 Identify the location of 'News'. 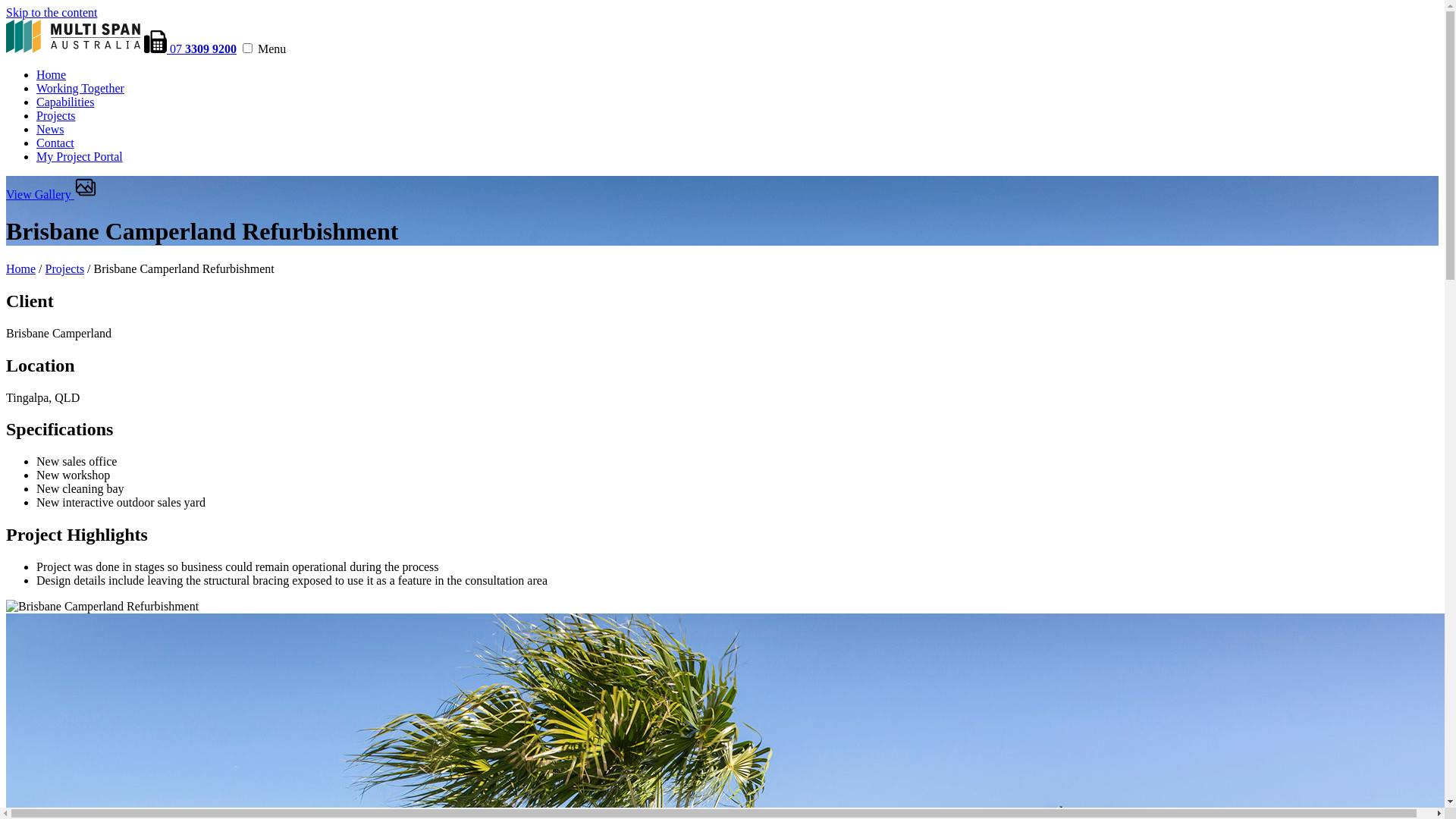
(50, 128).